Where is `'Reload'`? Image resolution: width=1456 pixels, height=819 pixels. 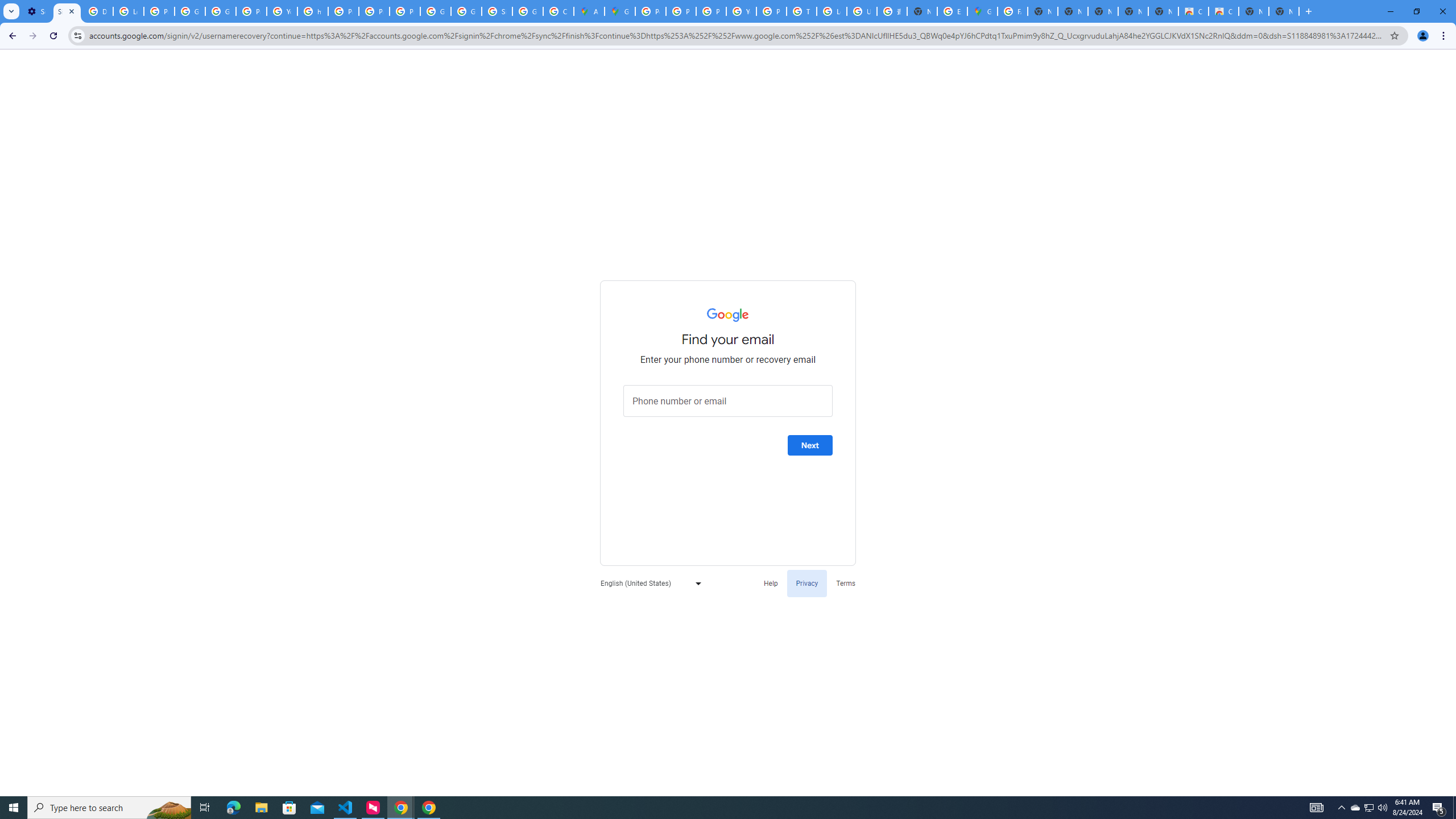
'Reload' is located at coordinates (53, 35).